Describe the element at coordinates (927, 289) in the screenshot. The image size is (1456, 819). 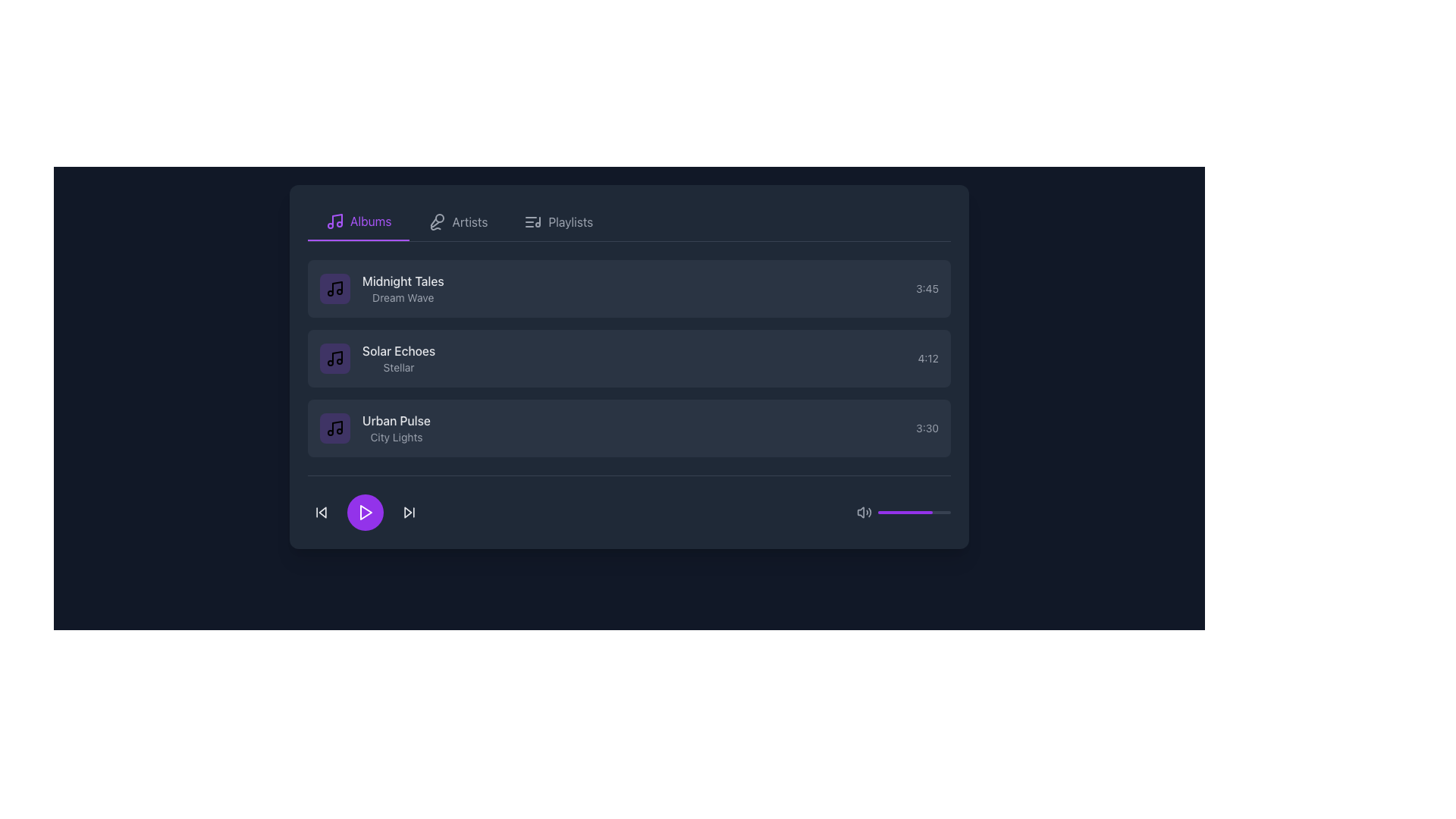
I see `the text label that displays the duration of the track, located at the far right within the first track item in the list` at that location.